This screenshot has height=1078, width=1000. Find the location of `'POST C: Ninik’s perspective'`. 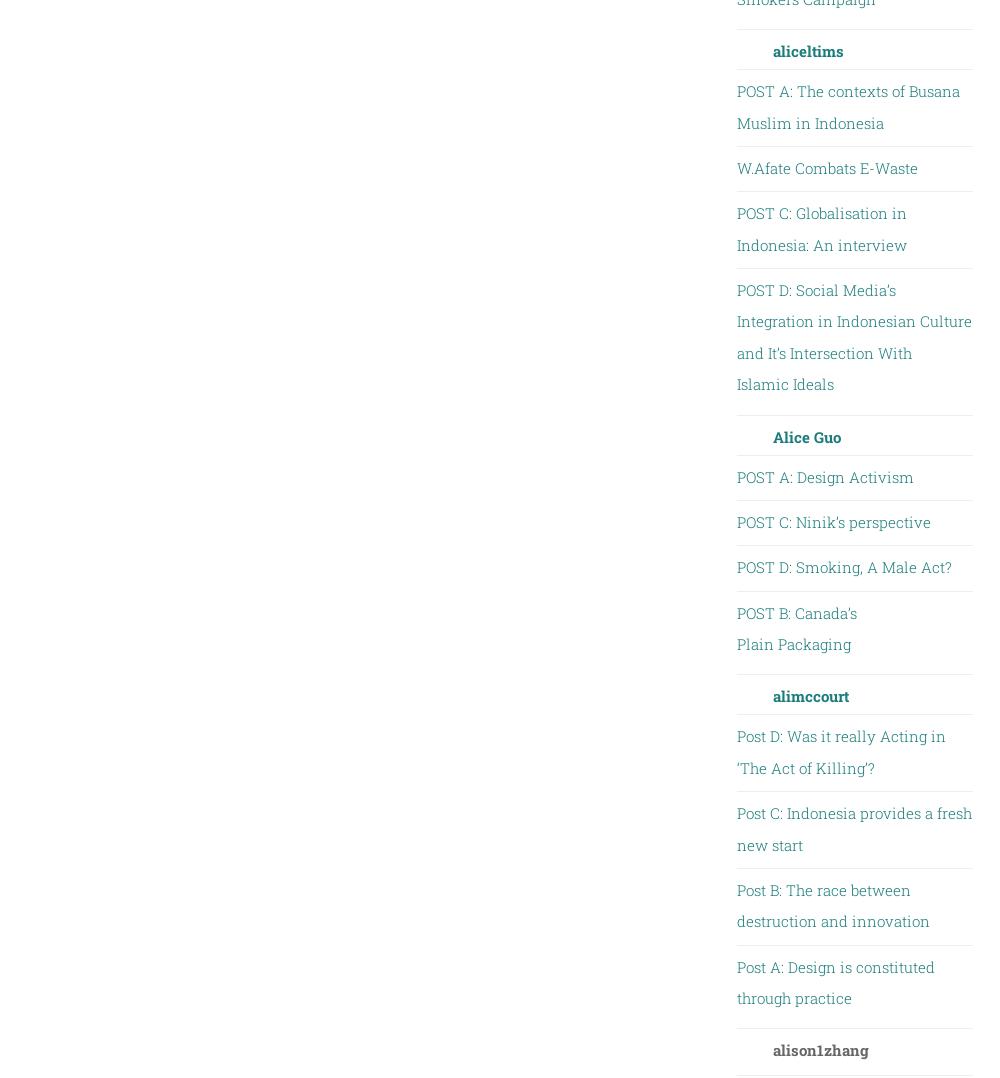

'POST C: Ninik’s perspective' is located at coordinates (832, 520).